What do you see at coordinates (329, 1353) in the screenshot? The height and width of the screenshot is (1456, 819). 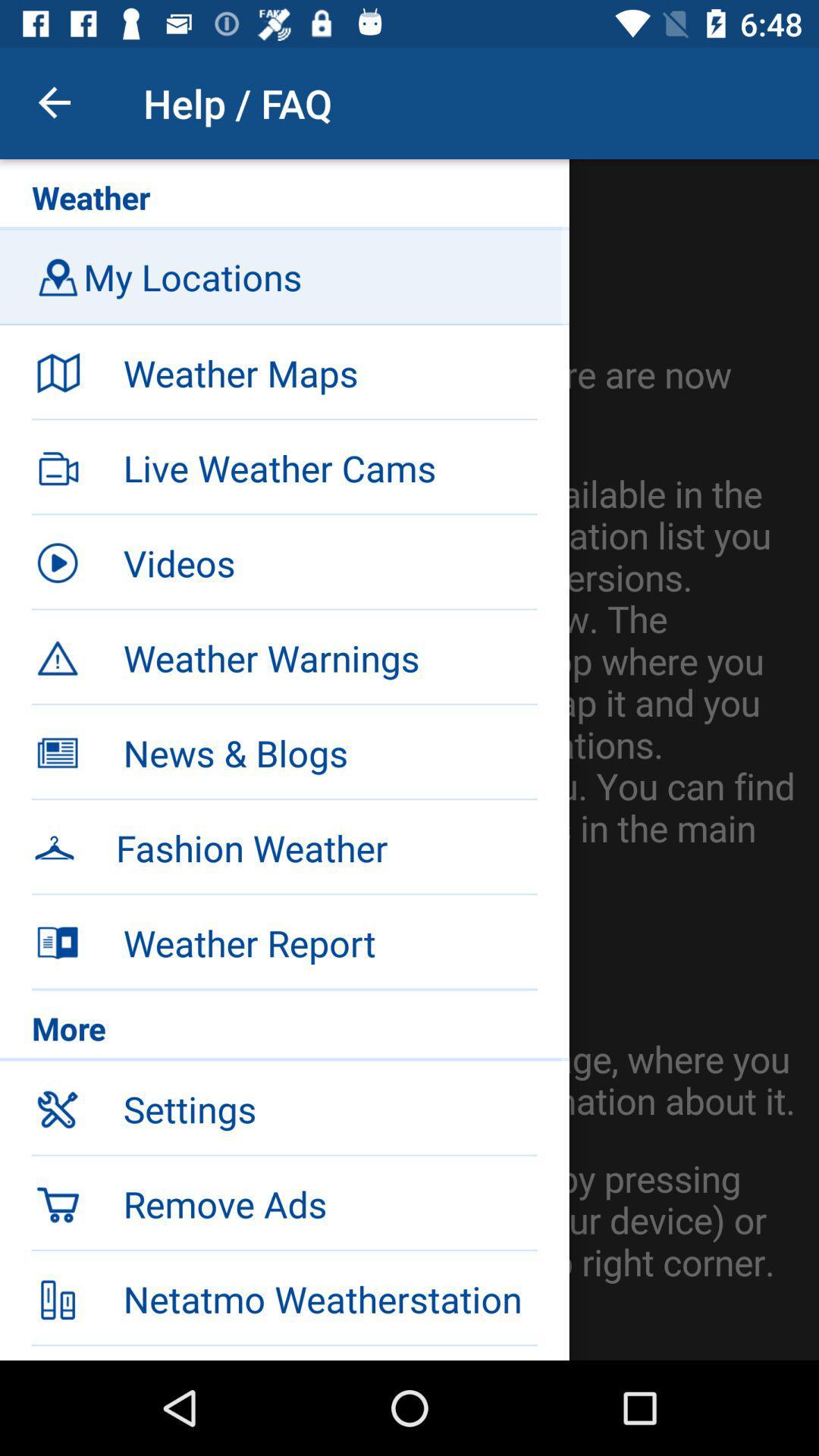 I see `imprint` at bounding box center [329, 1353].